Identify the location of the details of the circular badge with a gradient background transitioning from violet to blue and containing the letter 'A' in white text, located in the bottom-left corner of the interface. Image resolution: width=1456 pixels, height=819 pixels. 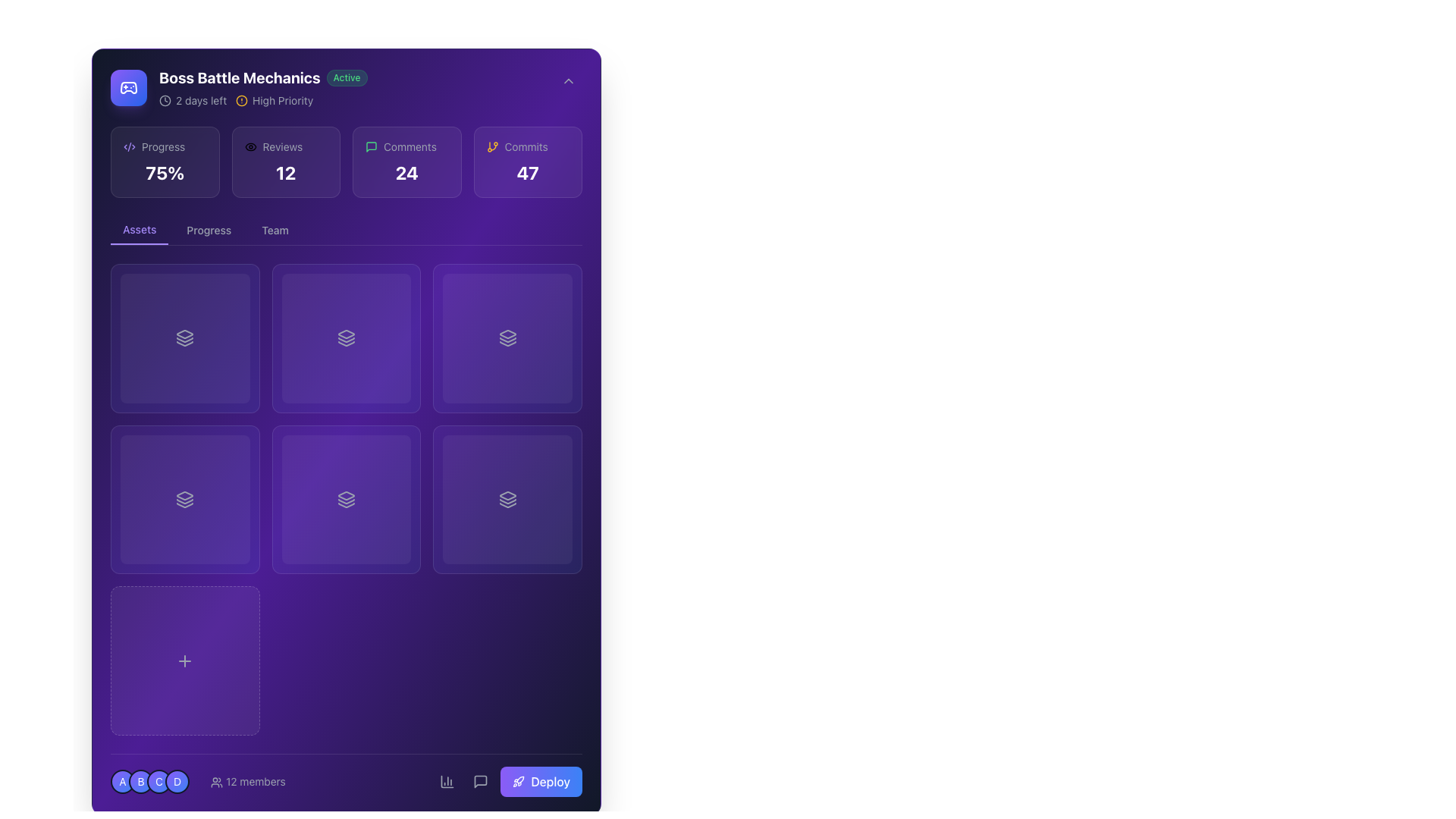
(123, 781).